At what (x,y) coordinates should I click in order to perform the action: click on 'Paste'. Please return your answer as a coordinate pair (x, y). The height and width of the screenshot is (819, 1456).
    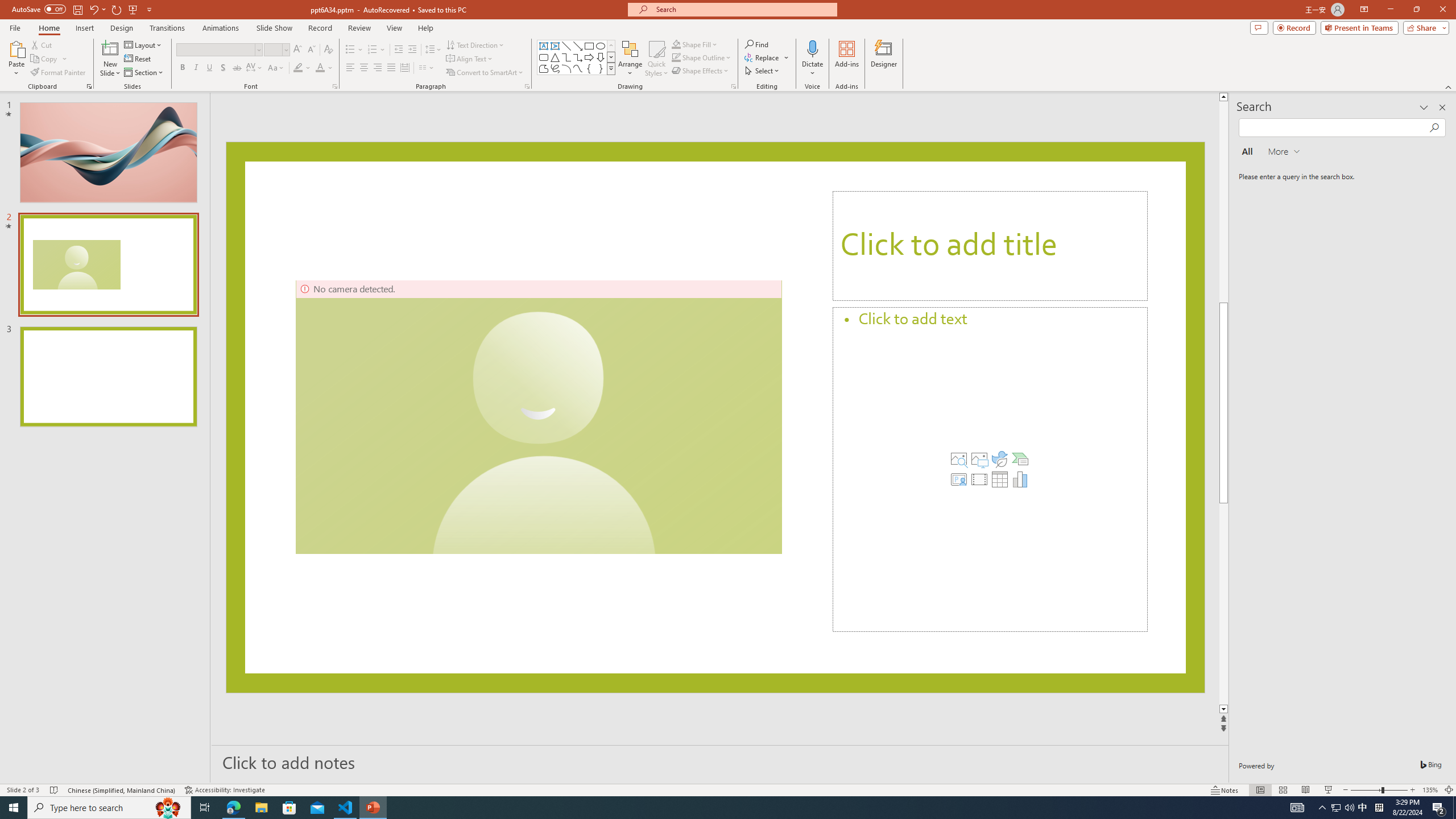
    Looking at the image, I should click on (16, 48).